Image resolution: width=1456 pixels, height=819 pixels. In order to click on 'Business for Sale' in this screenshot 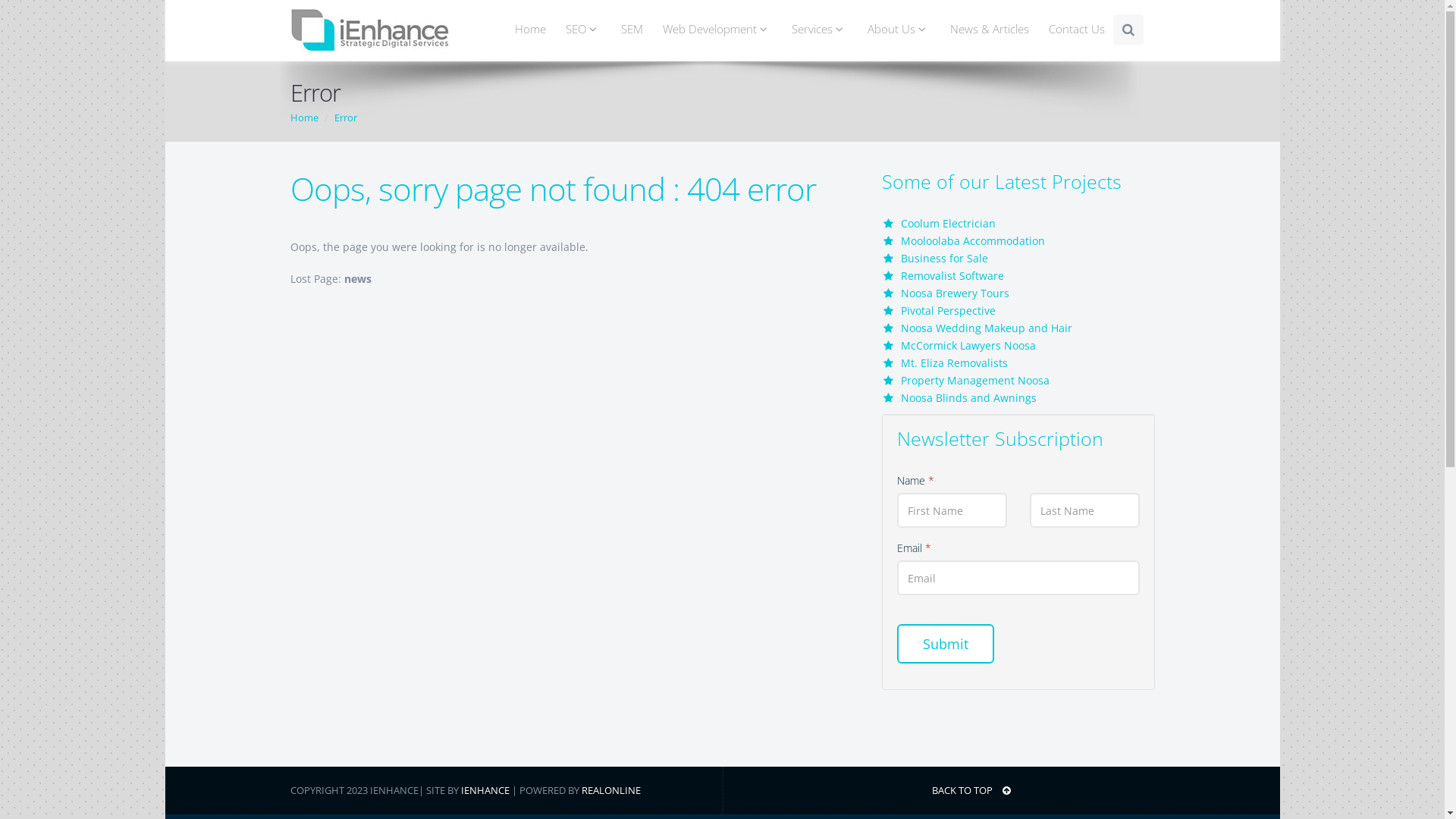, I will do `click(901, 257)`.